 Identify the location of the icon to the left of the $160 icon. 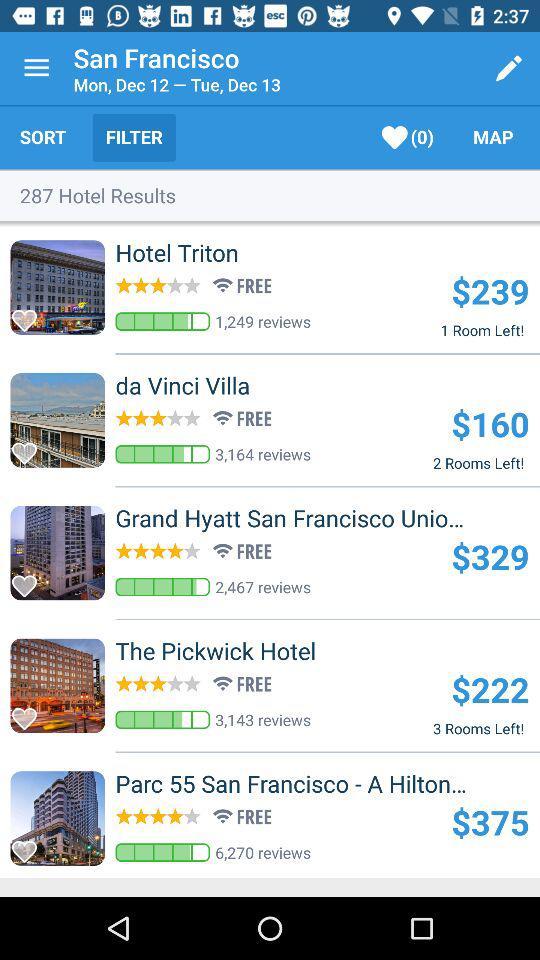
(214, 384).